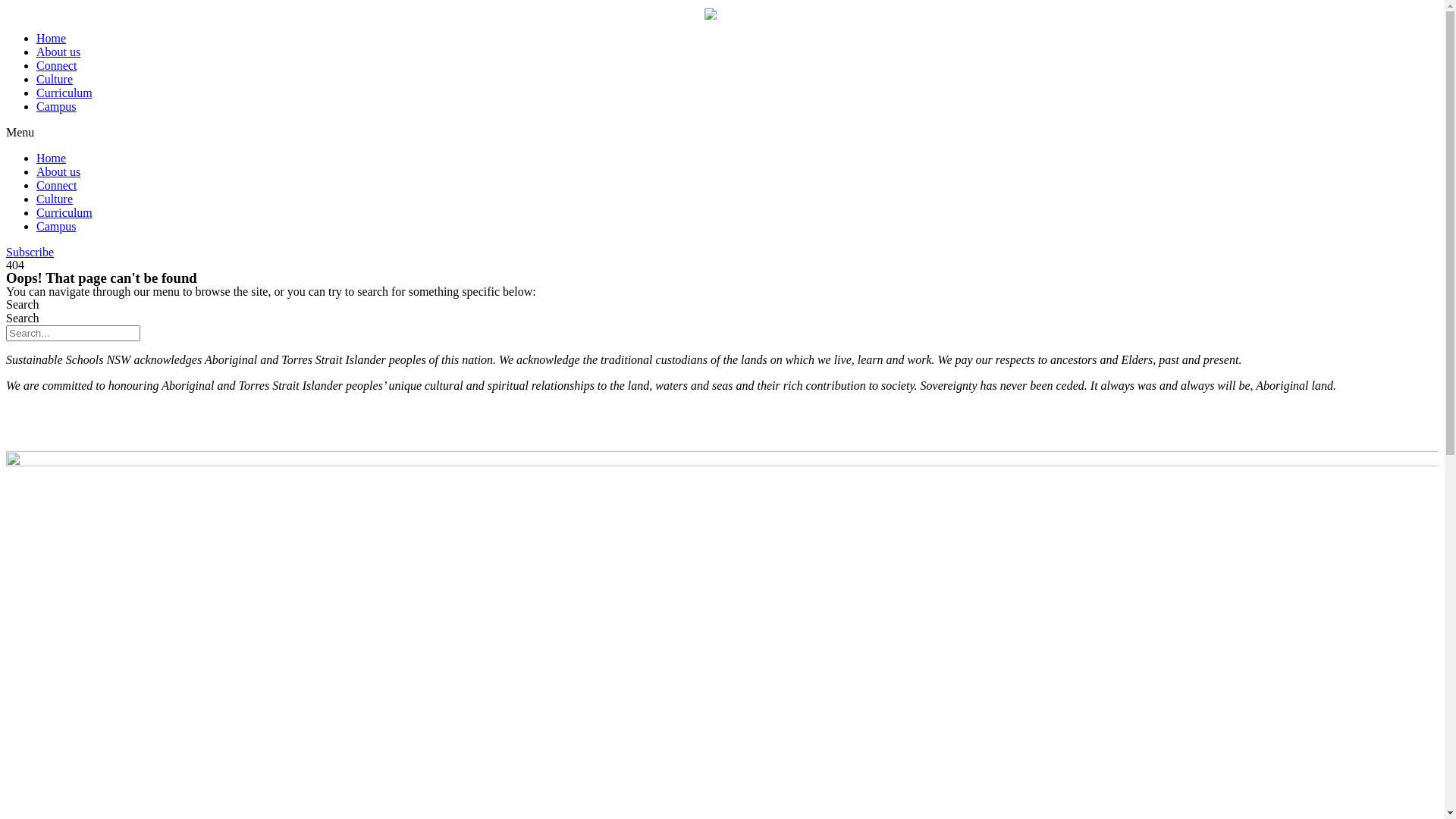 This screenshot has height=819, width=1456. I want to click on 'About us', so click(58, 51).